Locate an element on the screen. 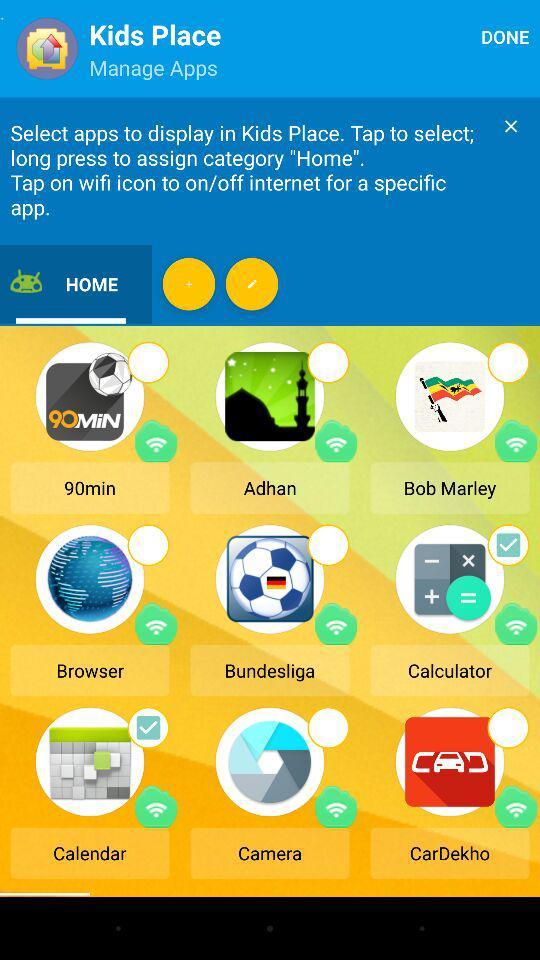 The height and width of the screenshot is (960, 540). enable or disable wifi is located at coordinates (336, 441).